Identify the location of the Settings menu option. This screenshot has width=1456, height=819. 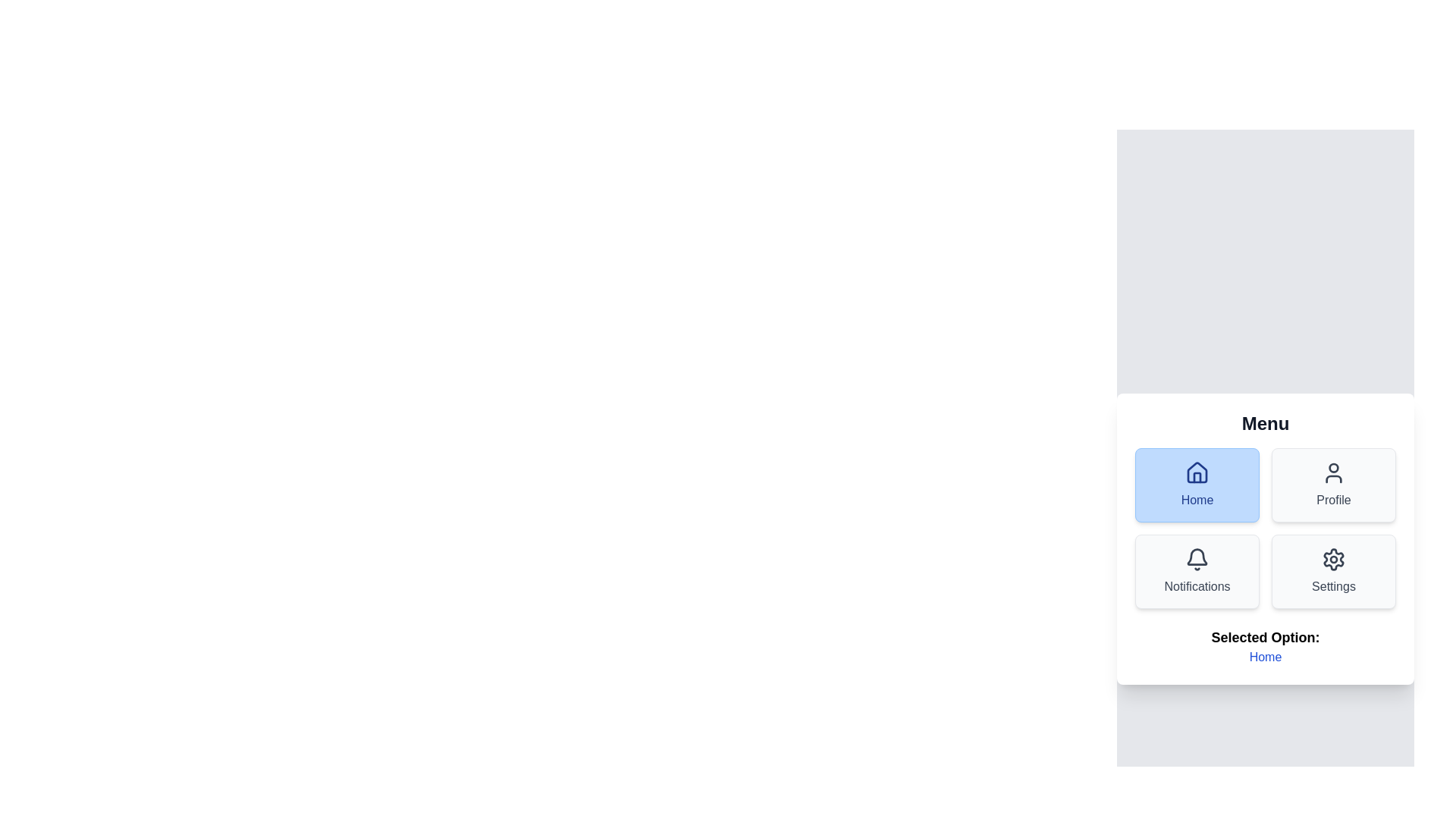
(1332, 571).